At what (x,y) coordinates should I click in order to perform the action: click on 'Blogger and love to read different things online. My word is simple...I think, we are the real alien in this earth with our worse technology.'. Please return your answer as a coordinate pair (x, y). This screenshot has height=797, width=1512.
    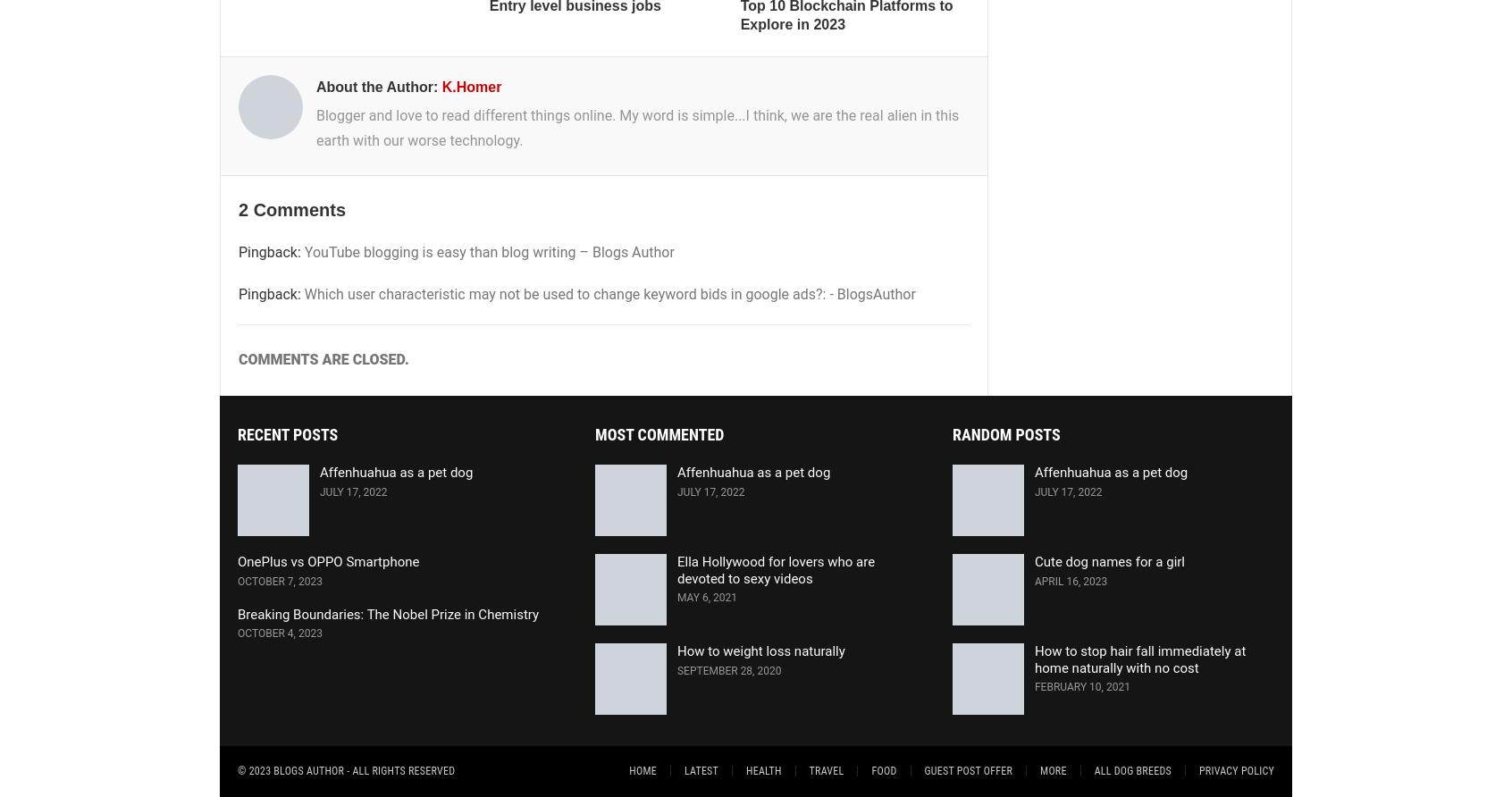
    Looking at the image, I should click on (636, 126).